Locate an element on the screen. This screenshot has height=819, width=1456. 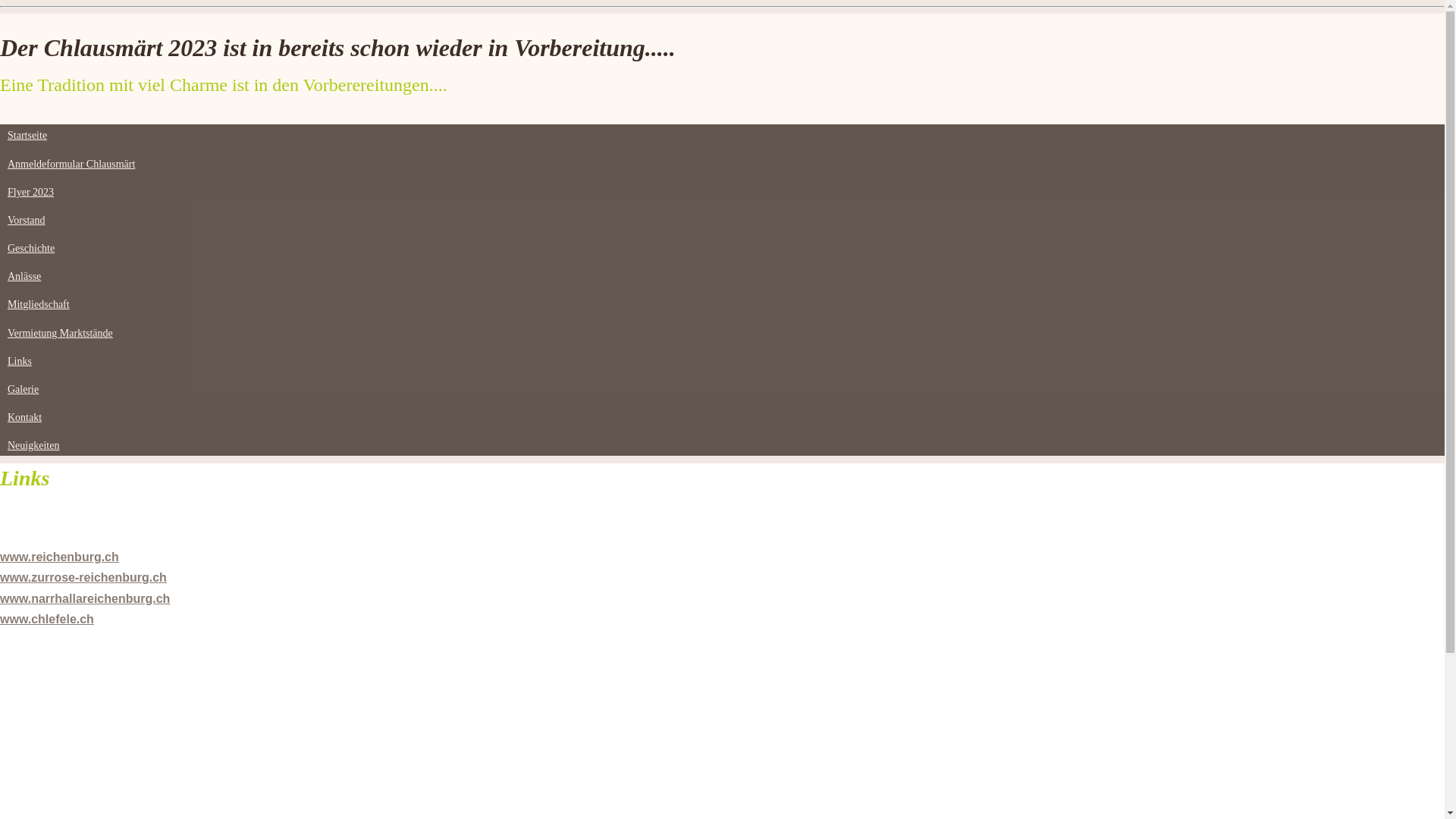
'www.chlefele.ch' is located at coordinates (47, 619).